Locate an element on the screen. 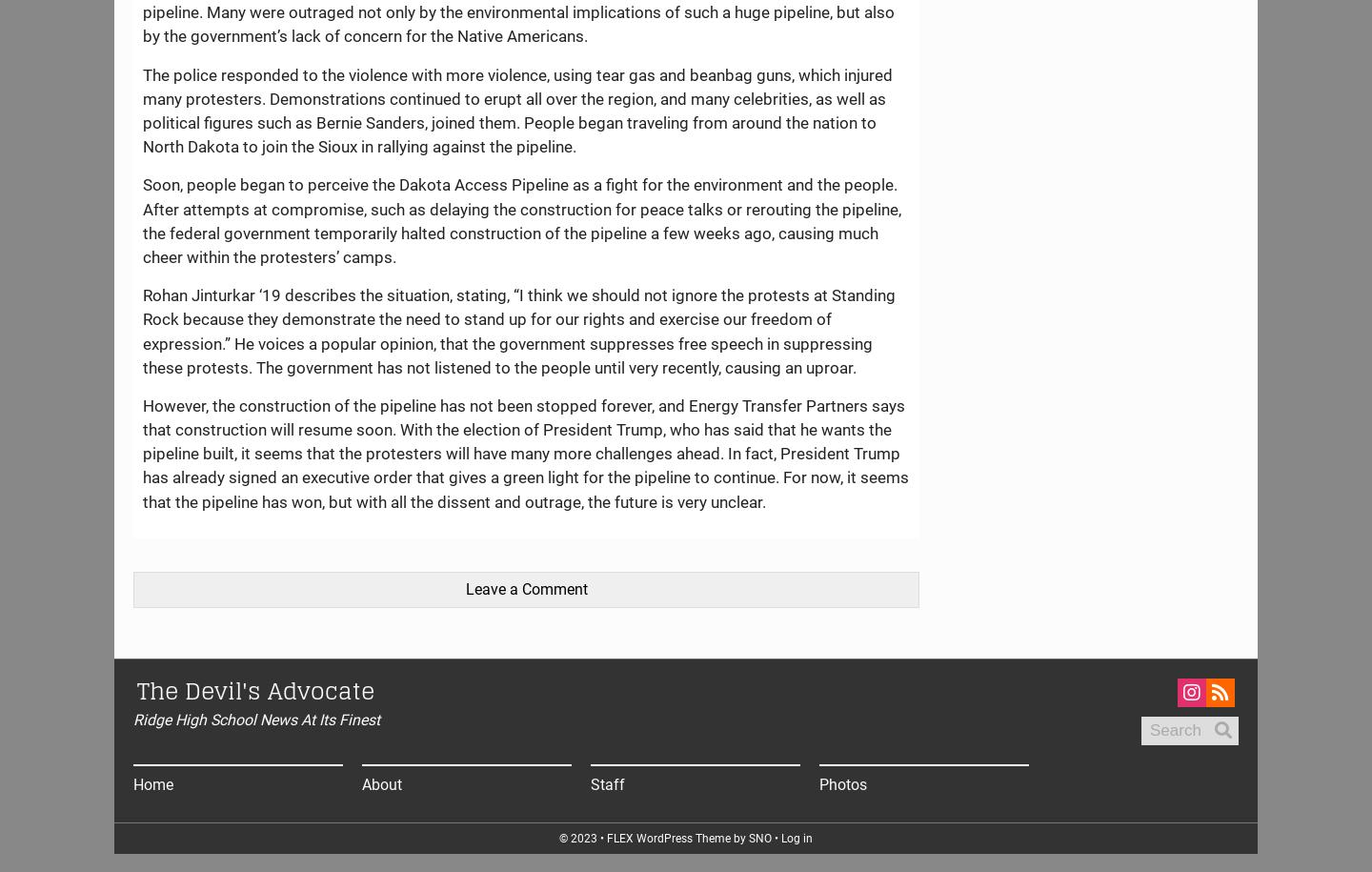 The image size is (1372, 872). 'The Devil's Advocate' is located at coordinates (254, 690).